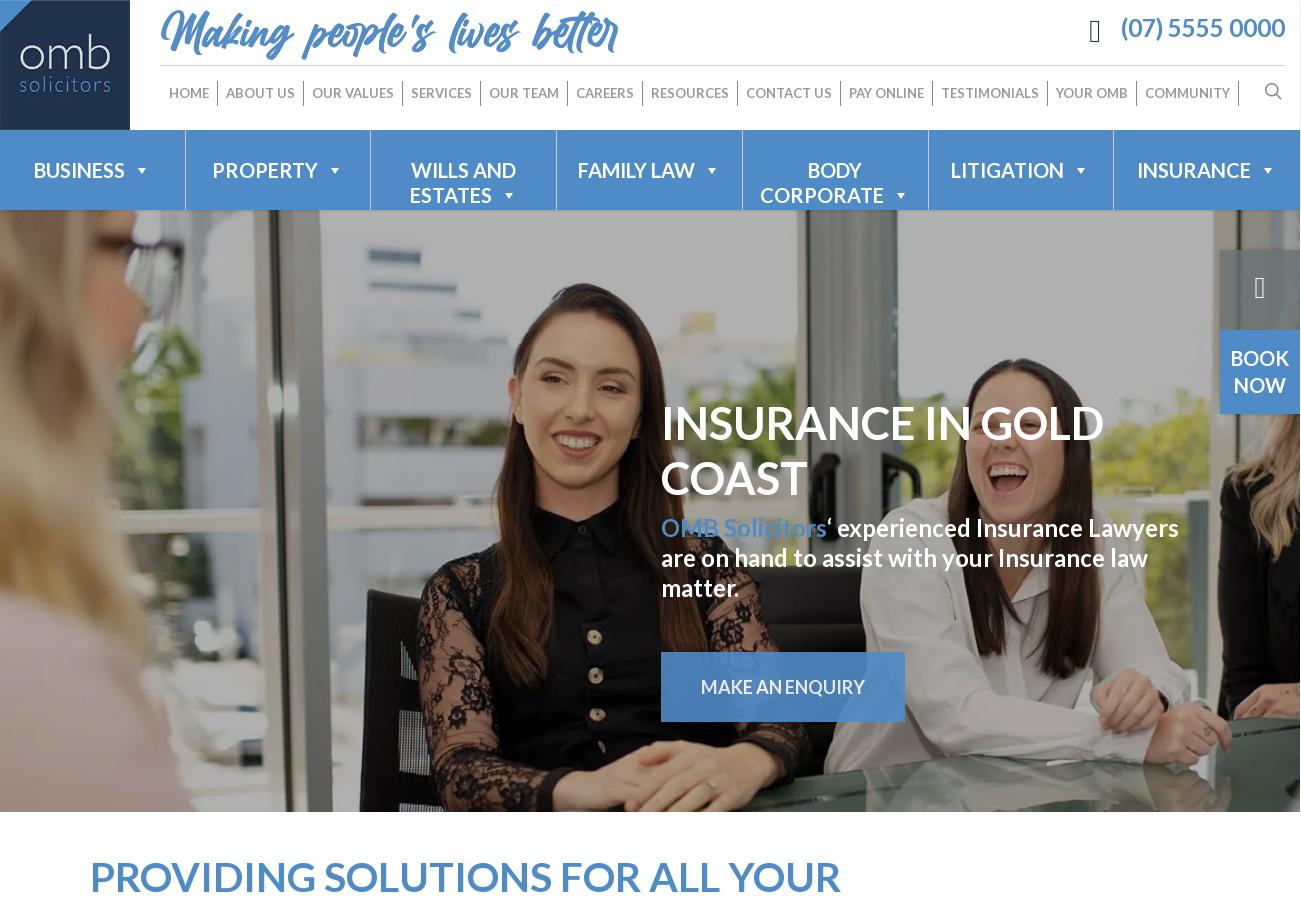 This screenshot has height=898, width=1301. What do you see at coordinates (663, 317) in the screenshot?
I see `'Estate Planning'` at bounding box center [663, 317].